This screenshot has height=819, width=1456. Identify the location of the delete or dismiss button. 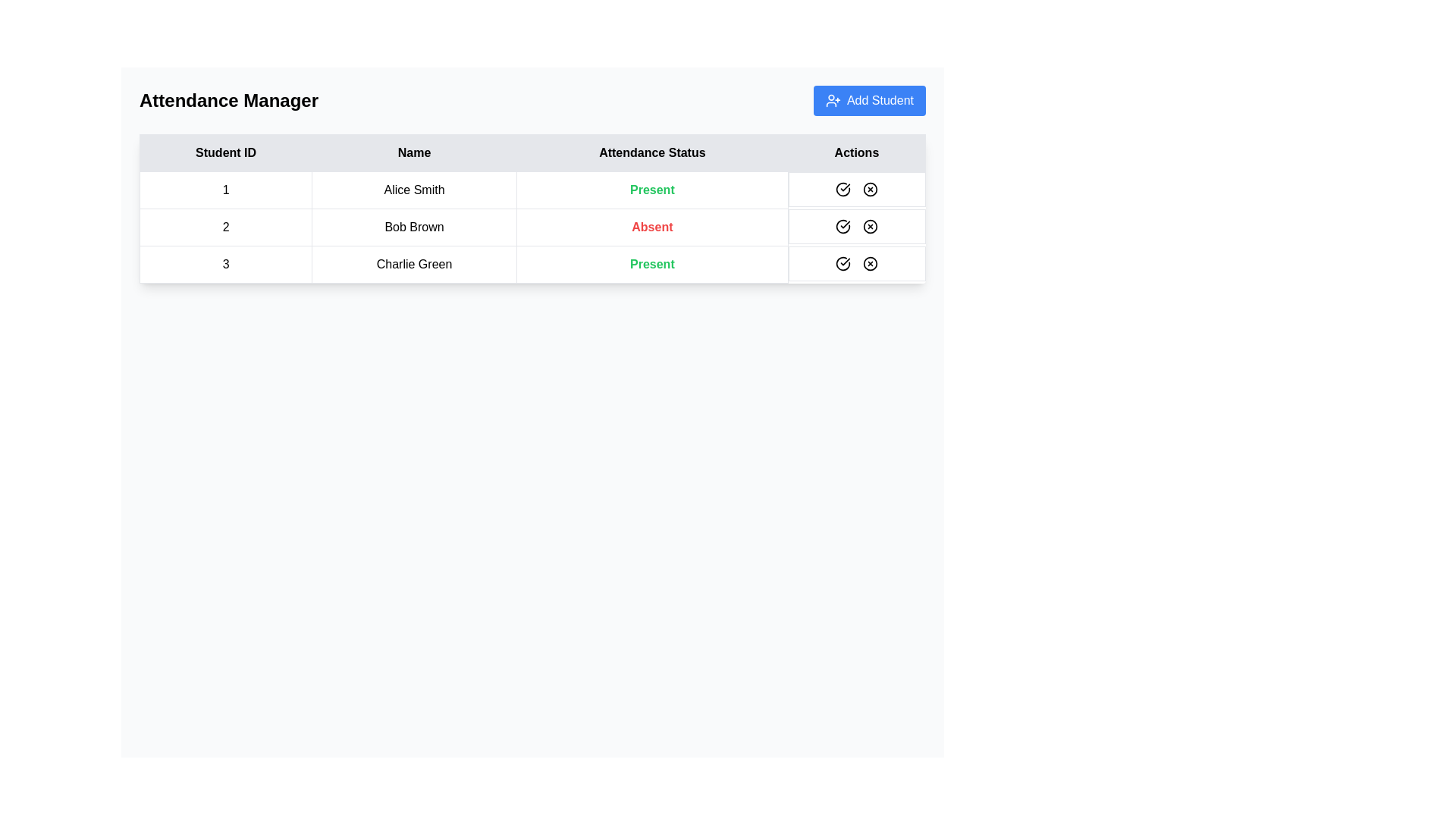
(871, 189).